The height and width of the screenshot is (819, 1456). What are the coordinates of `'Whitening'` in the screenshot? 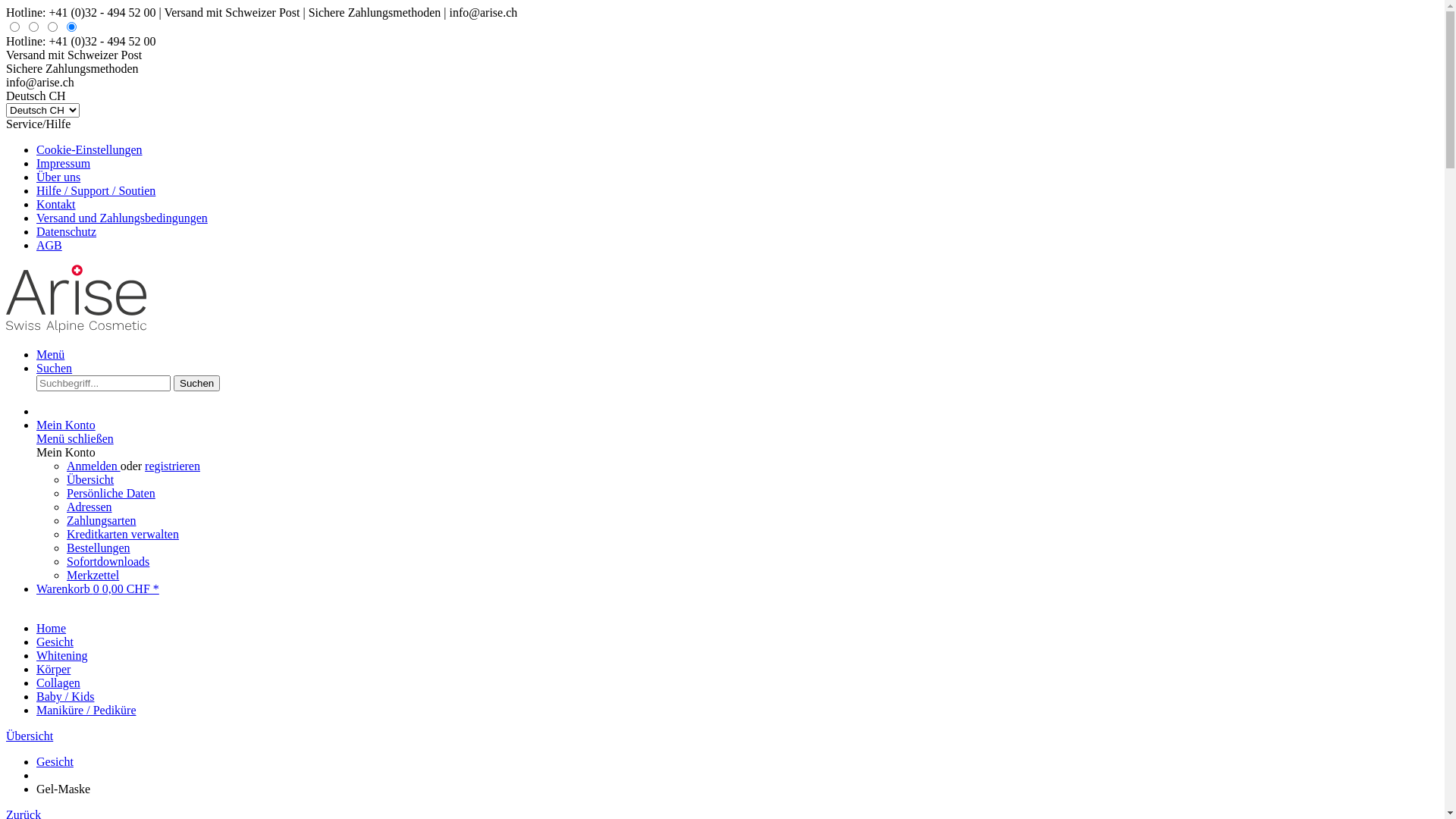 It's located at (61, 654).